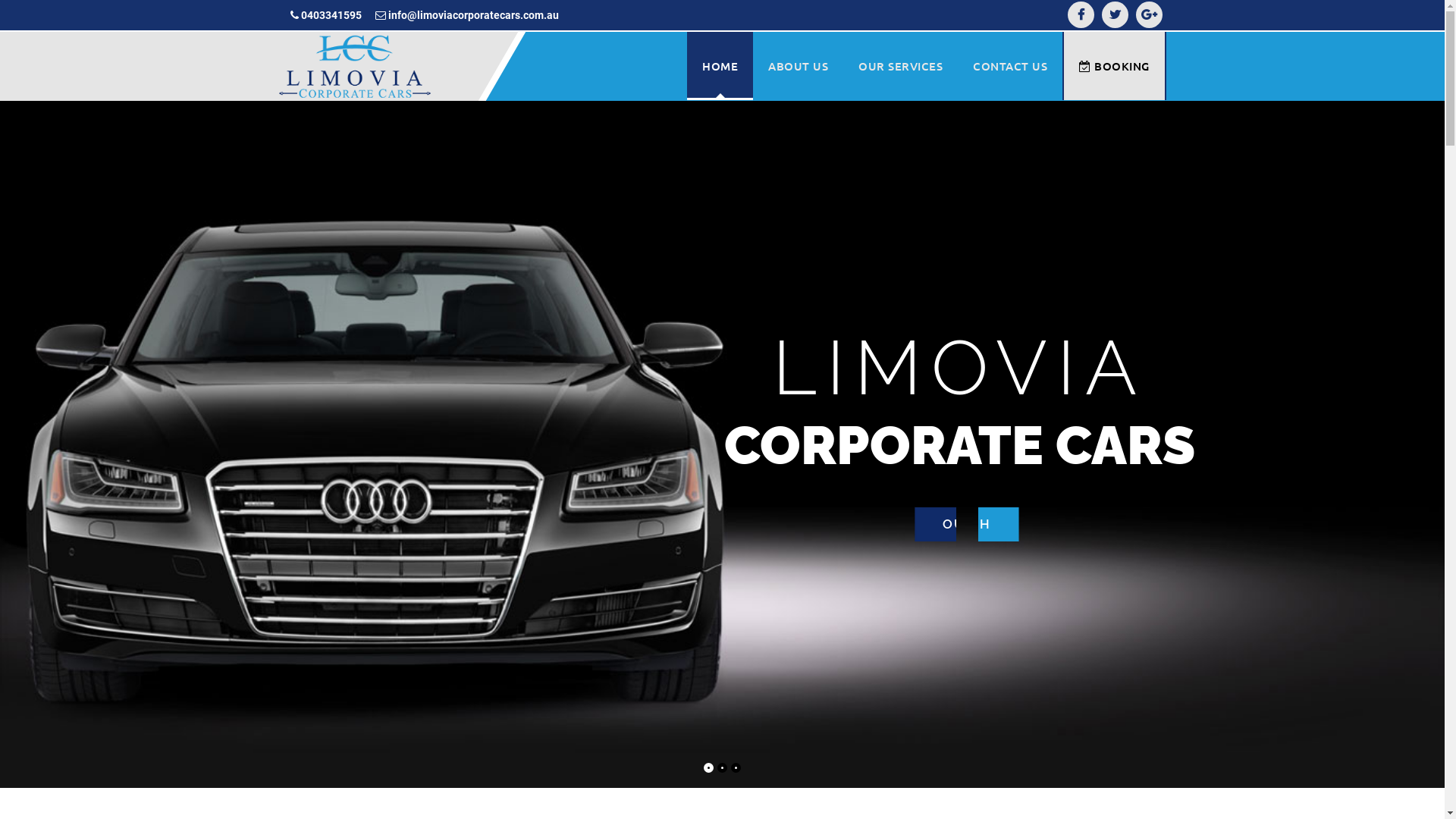 The height and width of the screenshot is (819, 1456). What do you see at coordinates (1114, 14) in the screenshot?
I see `'Twitter'` at bounding box center [1114, 14].